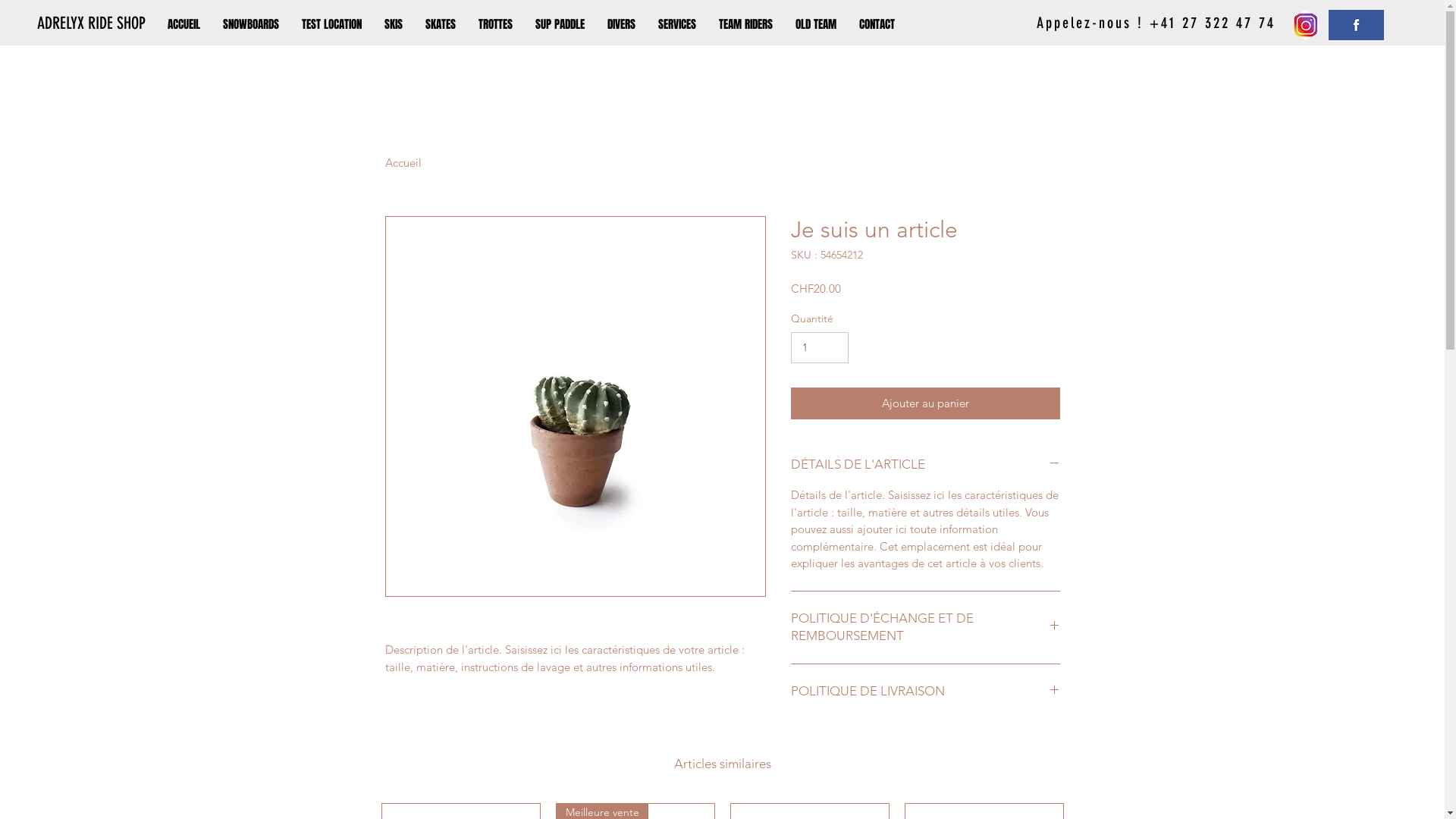  I want to click on 'TEST LOCATION', so click(290, 24).